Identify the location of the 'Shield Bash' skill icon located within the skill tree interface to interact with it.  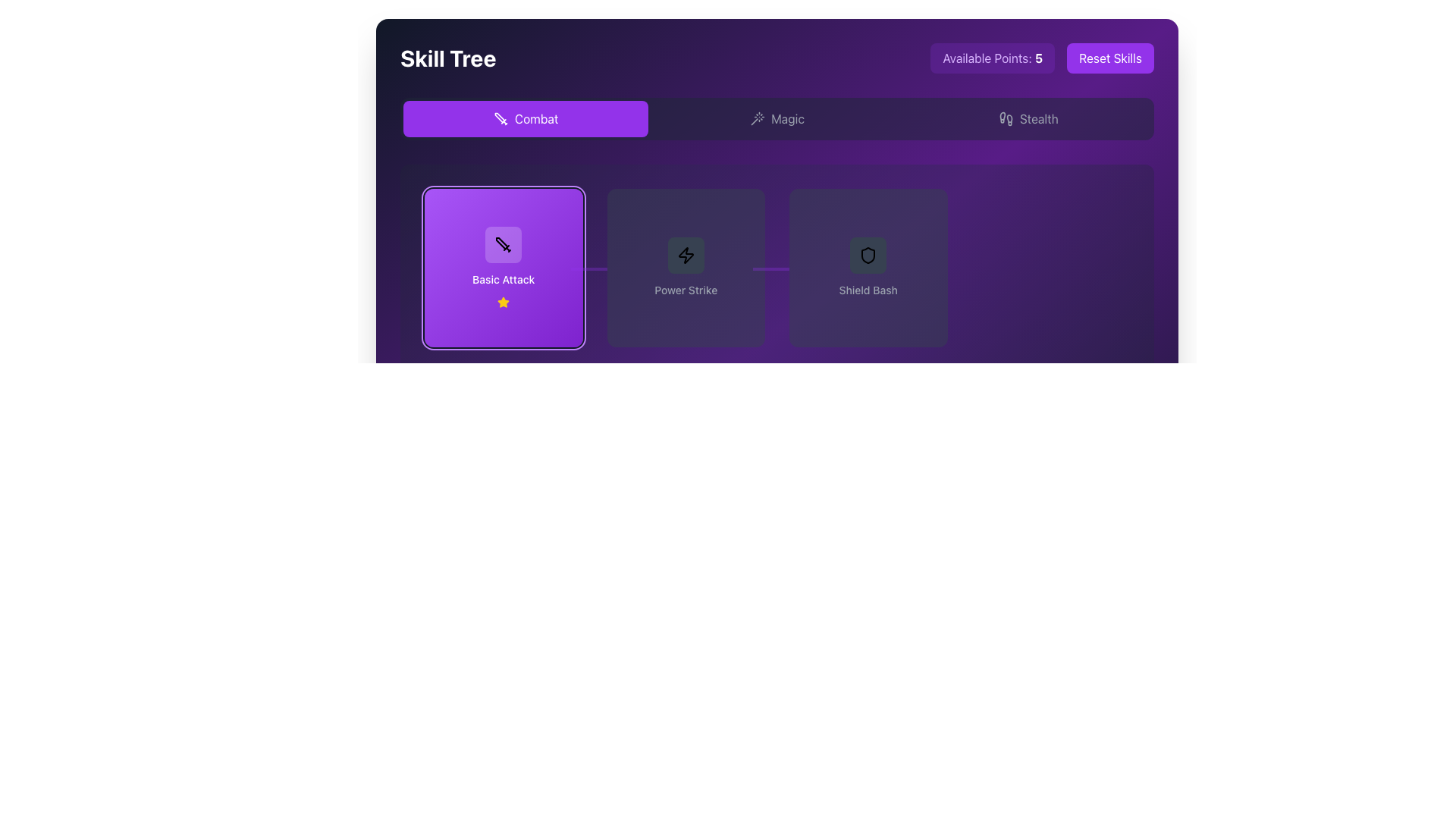
(868, 254).